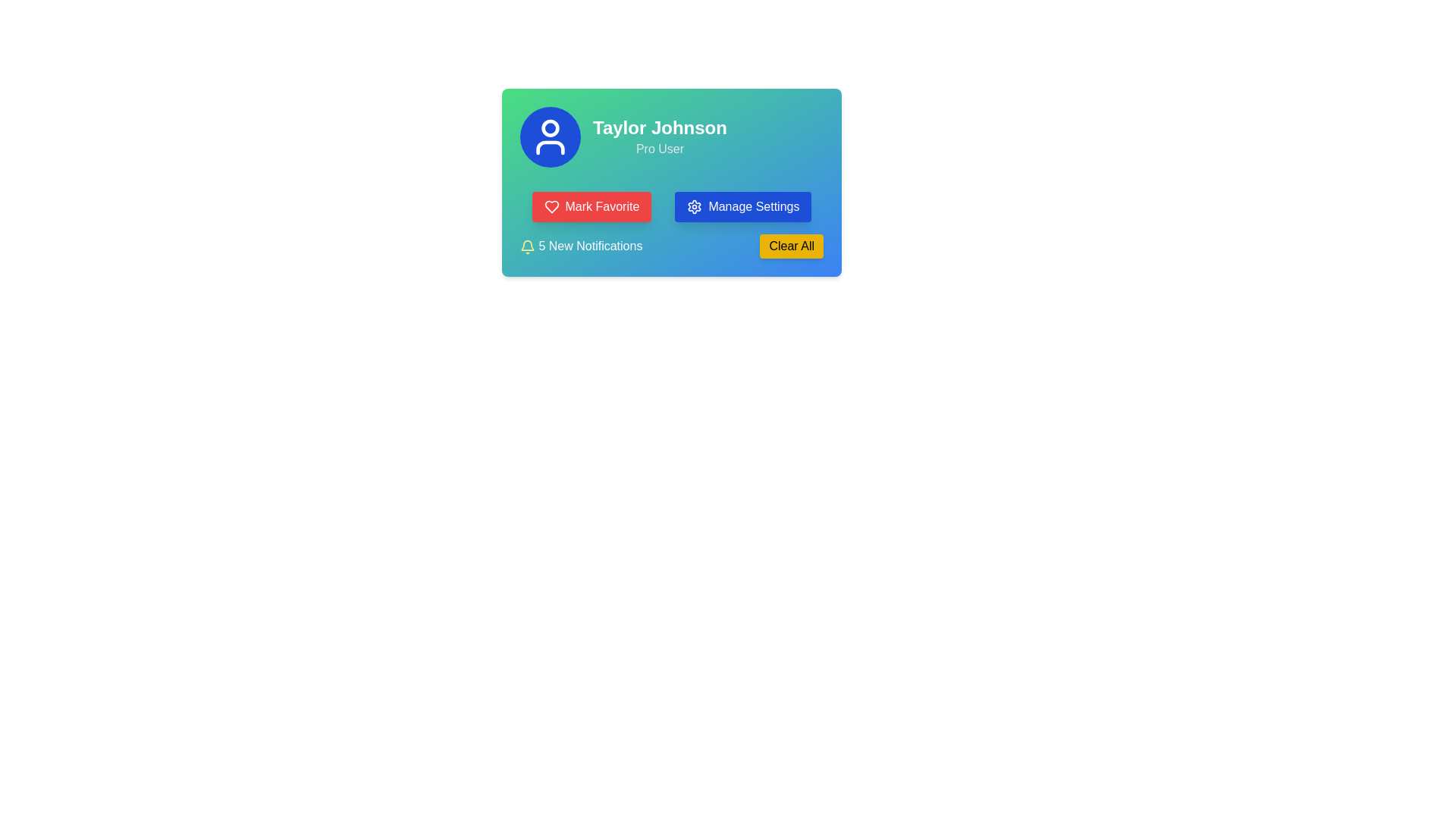 Image resolution: width=1456 pixels, height=819 pixels. I want to click on the bell icon located, so click(528, 244).